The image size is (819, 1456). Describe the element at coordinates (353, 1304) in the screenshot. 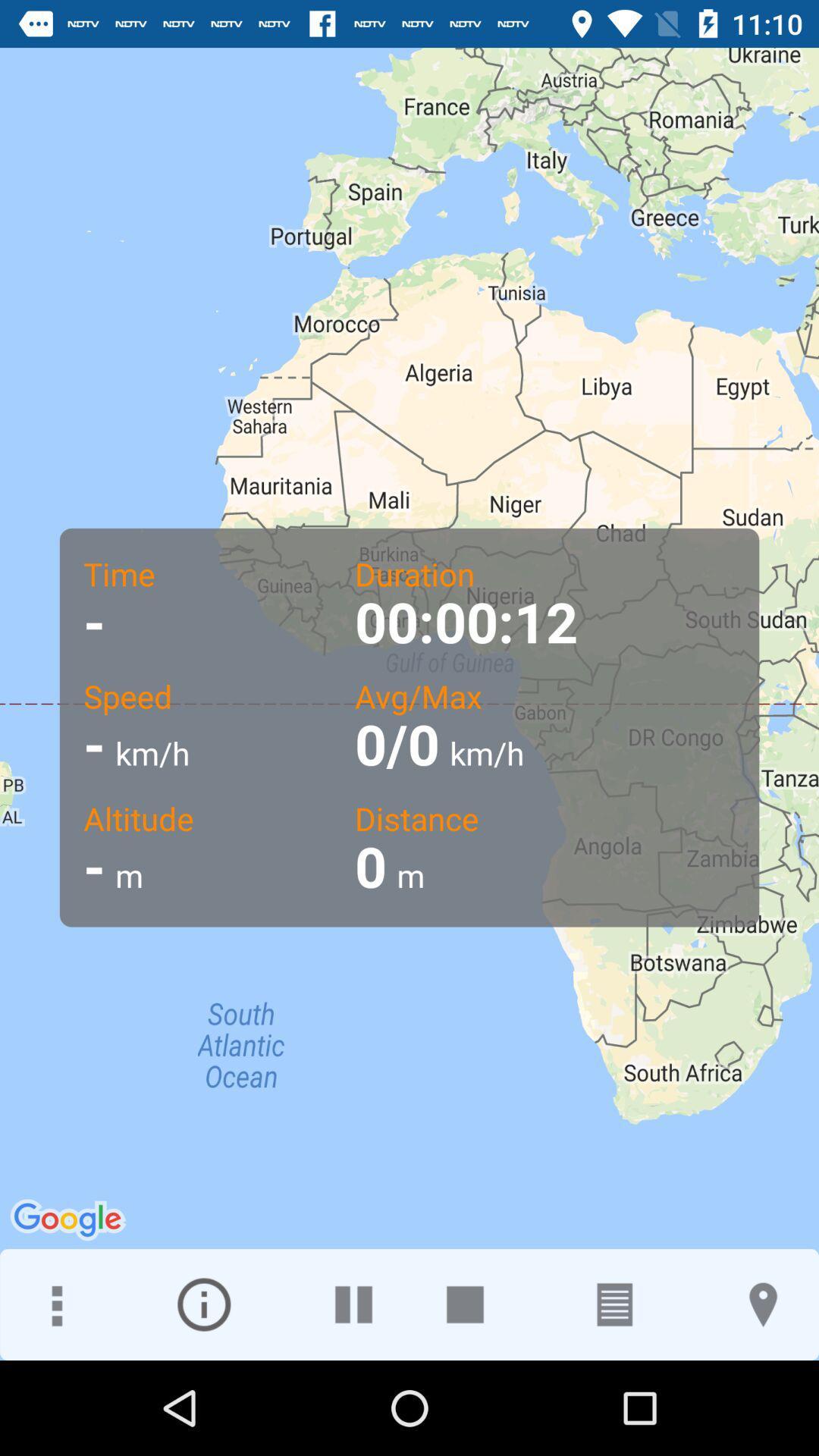

I see `the pause icon` at that location.